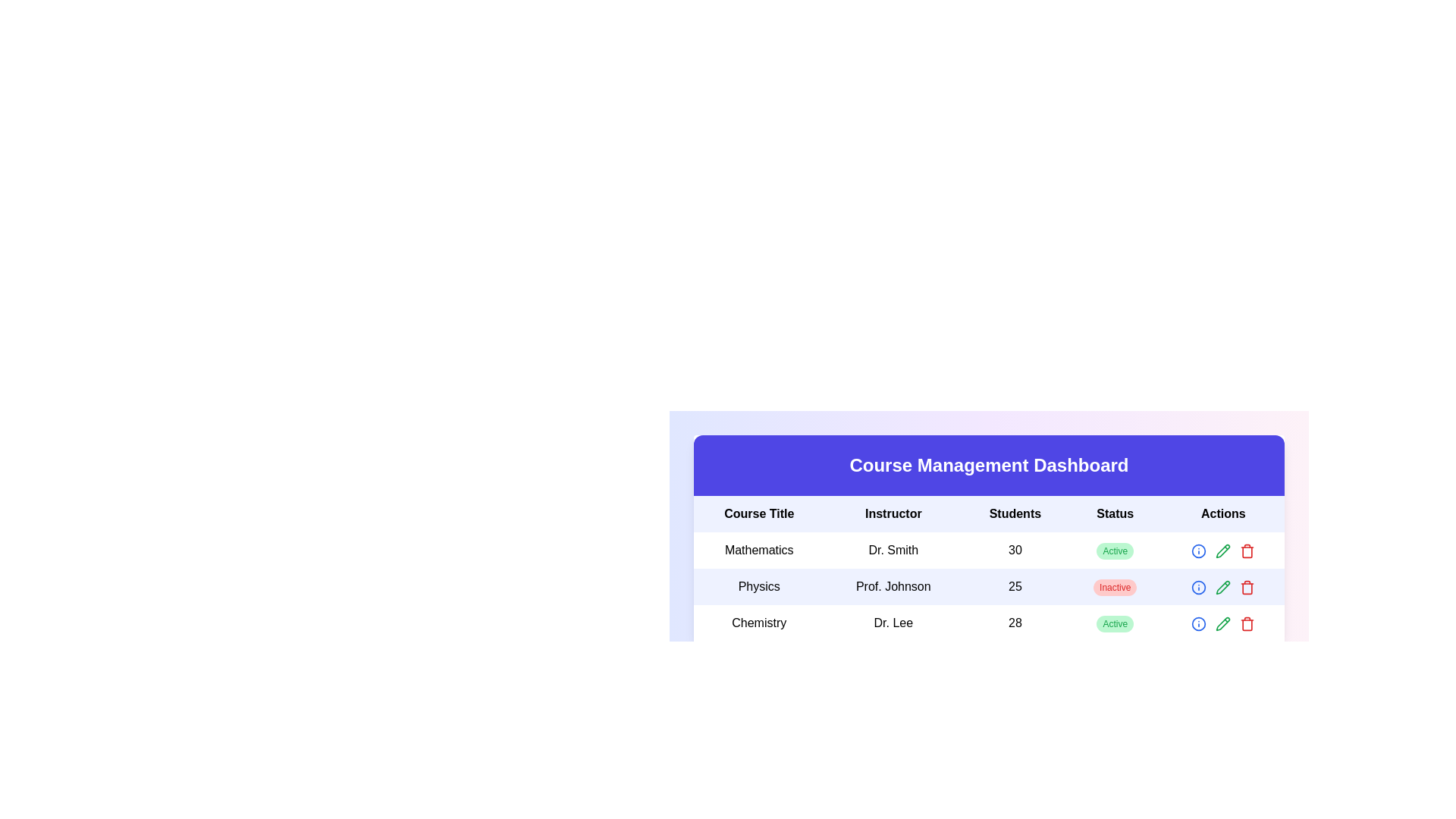 This screenshot has height=819, width=1456. I want to click on the Icon button located in the 'Actions' column of the second row for the 'Physics' course, which allows users to edit the row's information, so click(1223, 586).